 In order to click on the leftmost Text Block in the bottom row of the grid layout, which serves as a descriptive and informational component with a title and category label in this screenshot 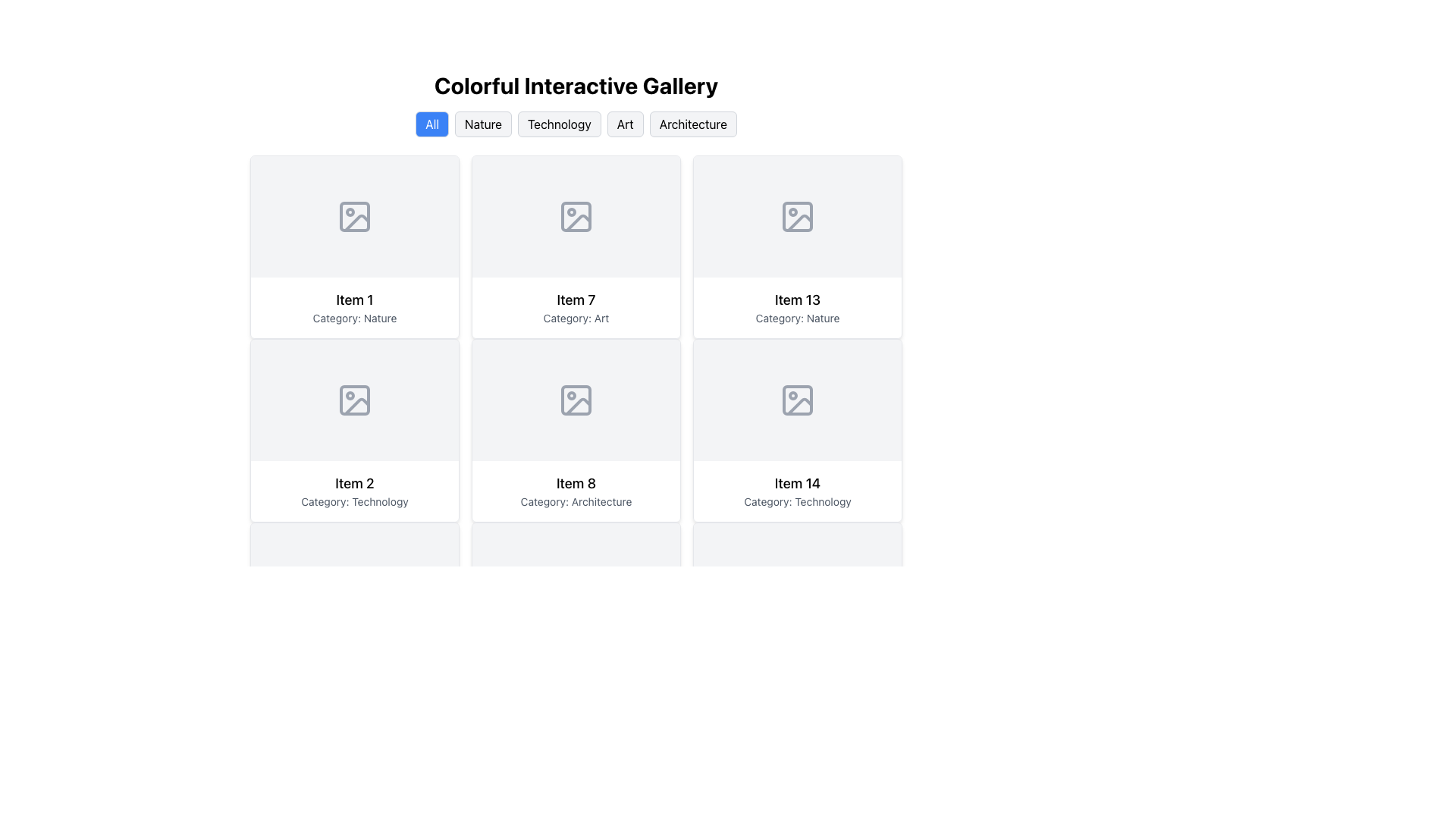, I will do `click(575, 491)`.